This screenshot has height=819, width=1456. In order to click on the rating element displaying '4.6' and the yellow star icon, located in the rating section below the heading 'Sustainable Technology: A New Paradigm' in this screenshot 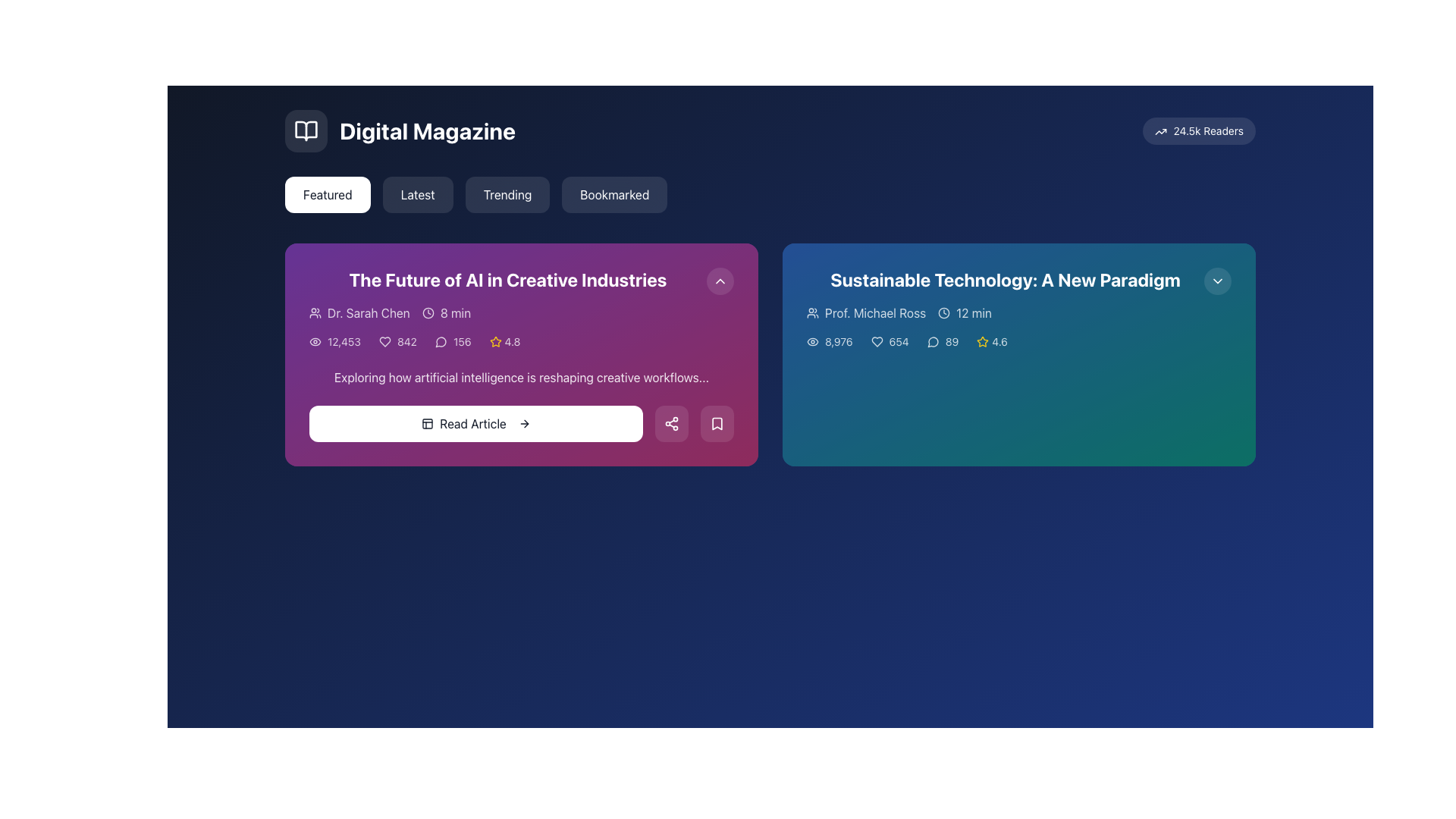, I will do `click(992, 342)`.